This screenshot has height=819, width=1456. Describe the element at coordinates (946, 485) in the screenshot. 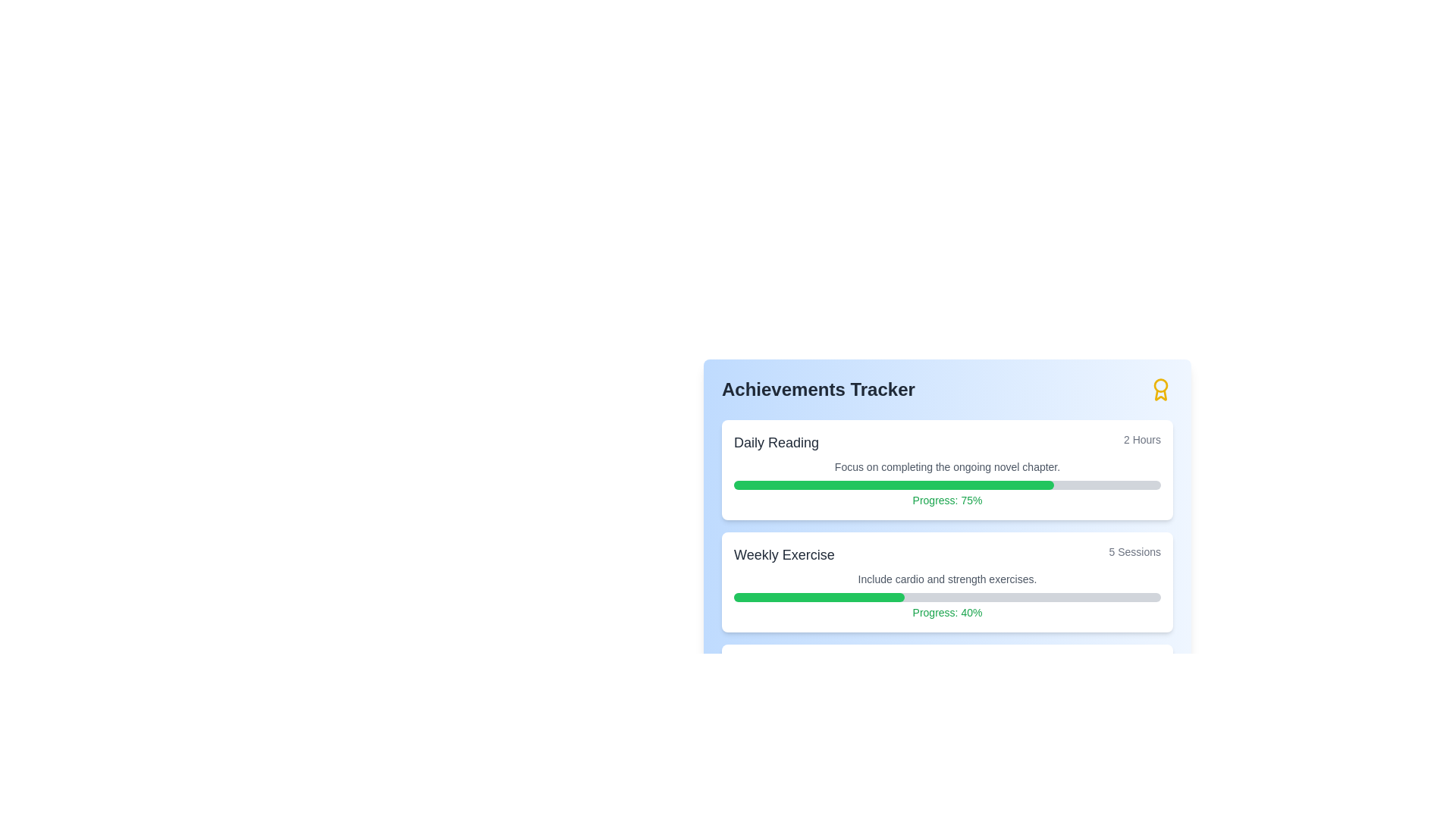

I see `the Progress bar within the 'Daily Reading' card, which visually represents a completion level of 75 percent, located in the 'Achievements Tracker' section` at that location.